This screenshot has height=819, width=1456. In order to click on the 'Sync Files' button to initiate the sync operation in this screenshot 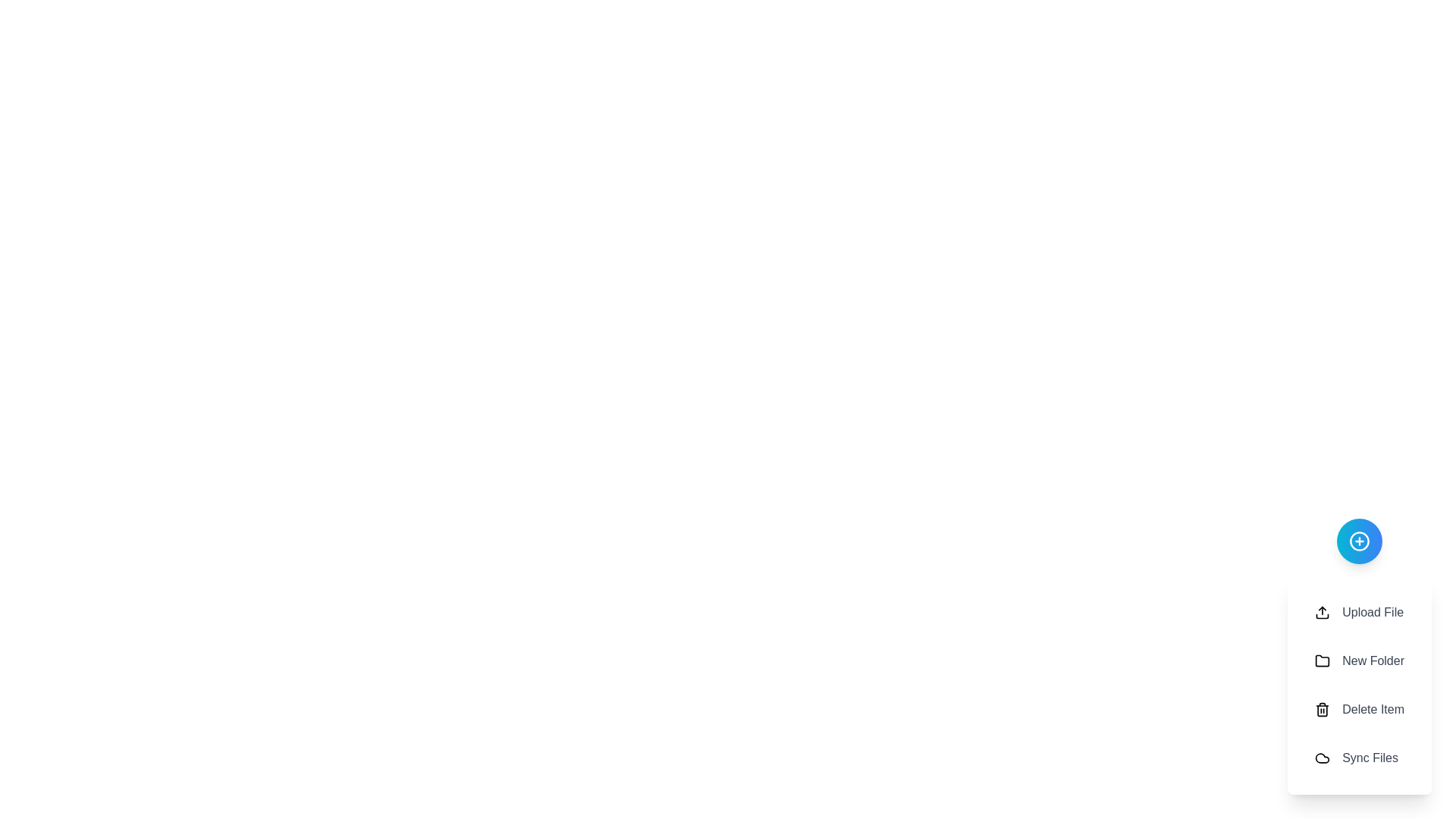, I will do `click(1360, 758)`.